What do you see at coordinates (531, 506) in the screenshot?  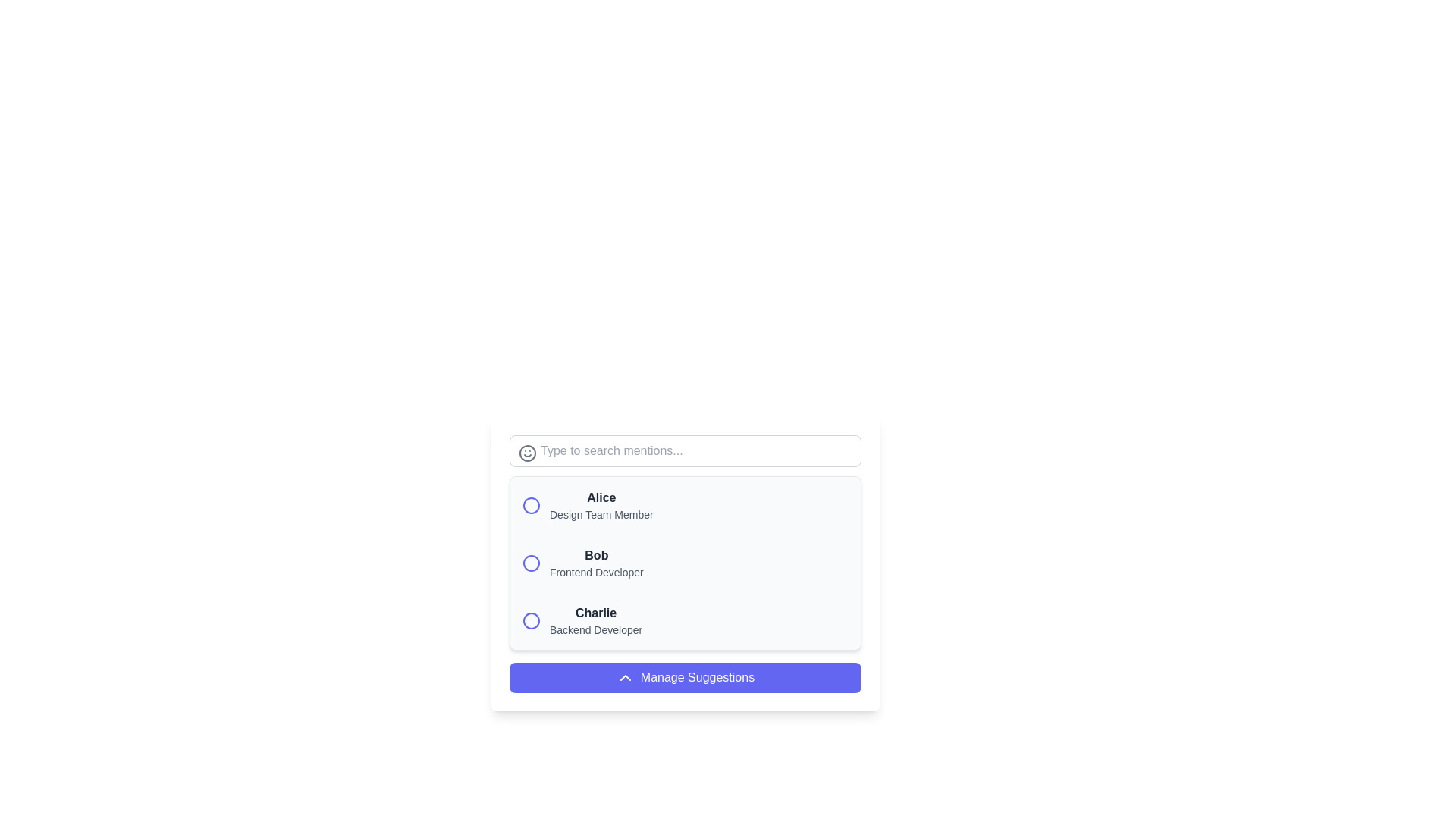 I see `the circular indigo icon located at the leftmost side of the first item in a vertically stacked list, which precedes the text 'Alice' and 'Design Team Member'` at bounding box center [531, 506].